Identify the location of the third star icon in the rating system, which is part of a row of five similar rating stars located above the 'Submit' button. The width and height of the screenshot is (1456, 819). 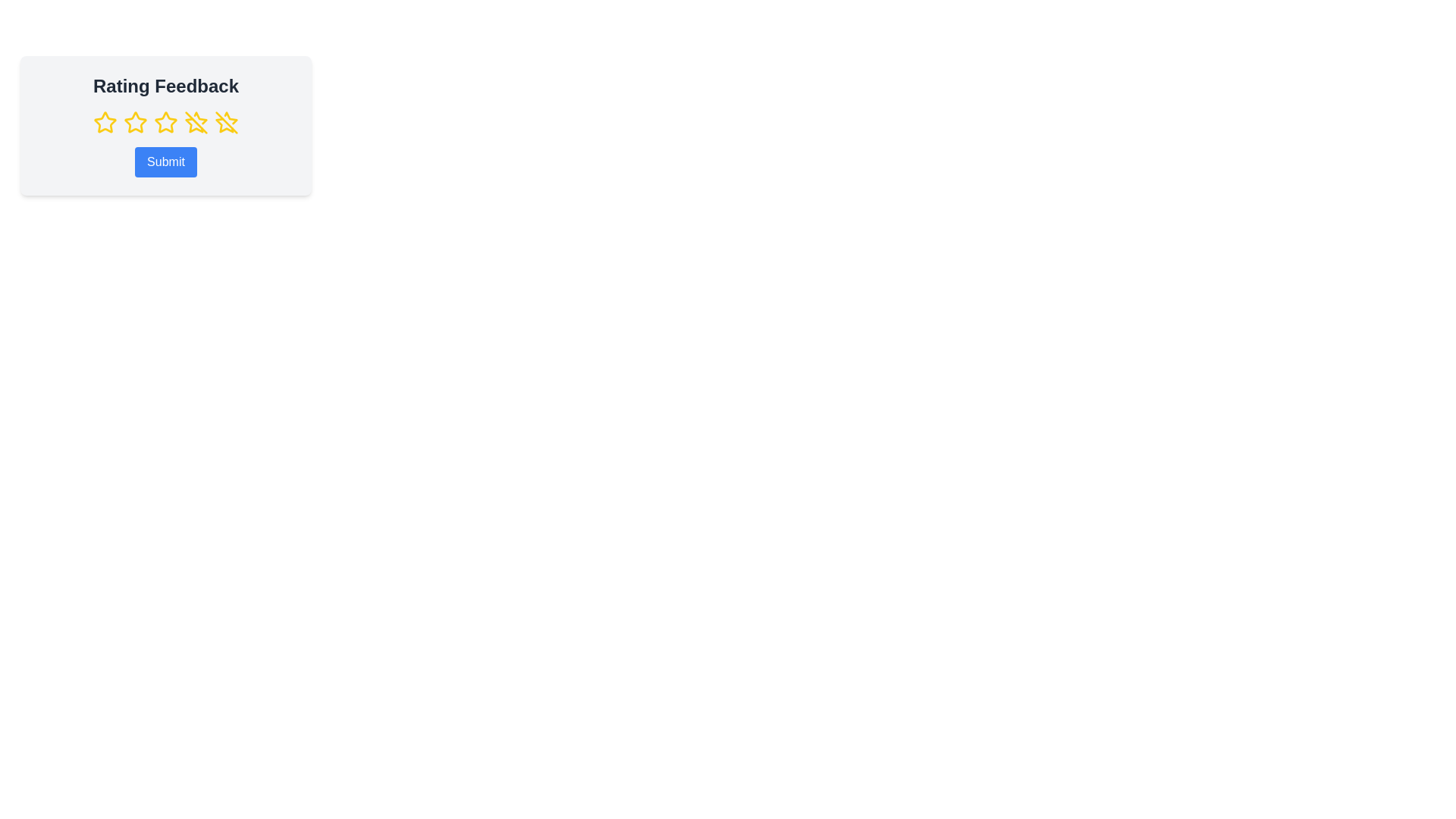
(166, 121).